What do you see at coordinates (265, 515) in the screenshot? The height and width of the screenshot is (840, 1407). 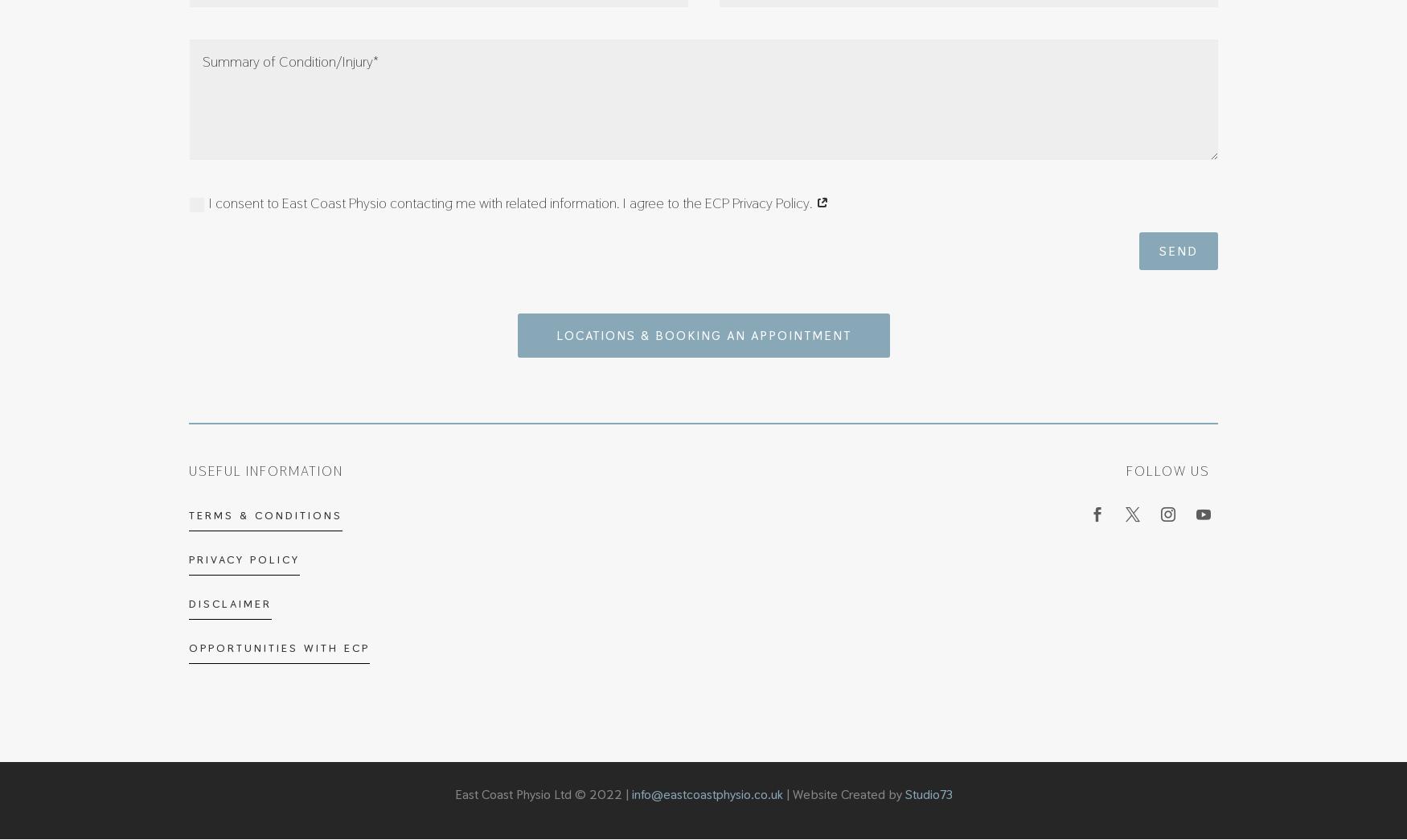 I see `'Terms & Conditions'` at bounding box center [265, 515].